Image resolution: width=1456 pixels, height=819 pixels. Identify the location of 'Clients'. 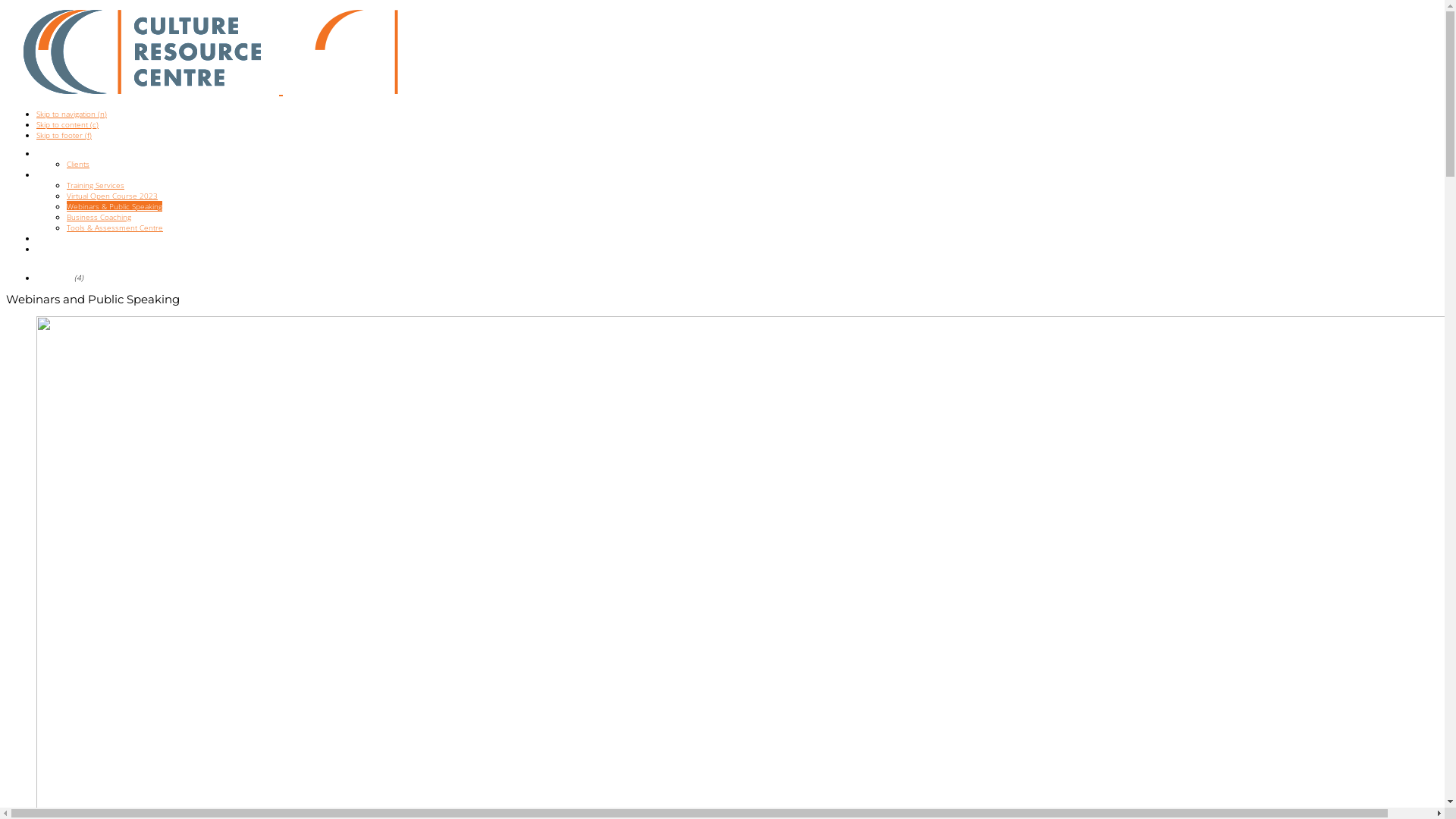
(77, 164).